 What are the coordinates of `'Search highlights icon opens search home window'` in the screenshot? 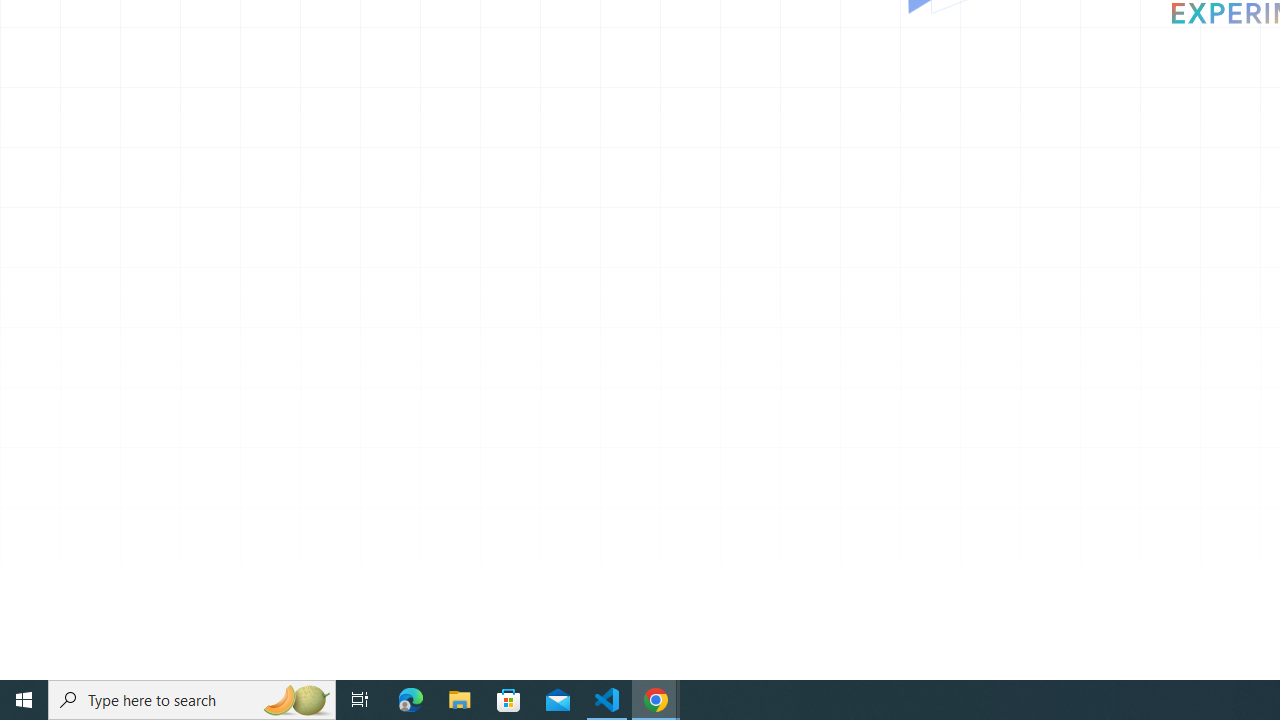 It's located at (294, 698).